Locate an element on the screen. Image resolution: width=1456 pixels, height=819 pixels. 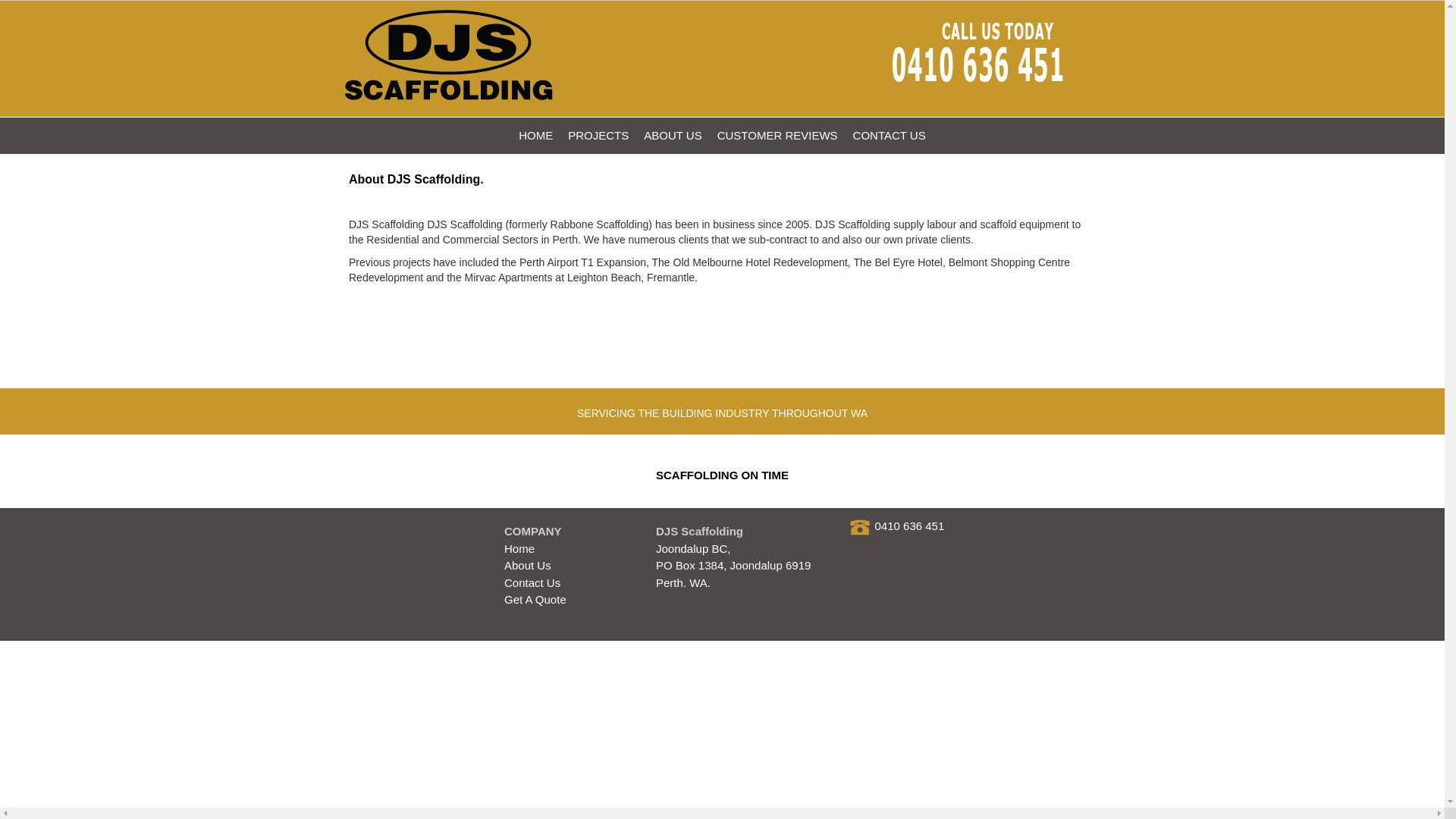
'Contact Us' is located at coordinates (532, 582).